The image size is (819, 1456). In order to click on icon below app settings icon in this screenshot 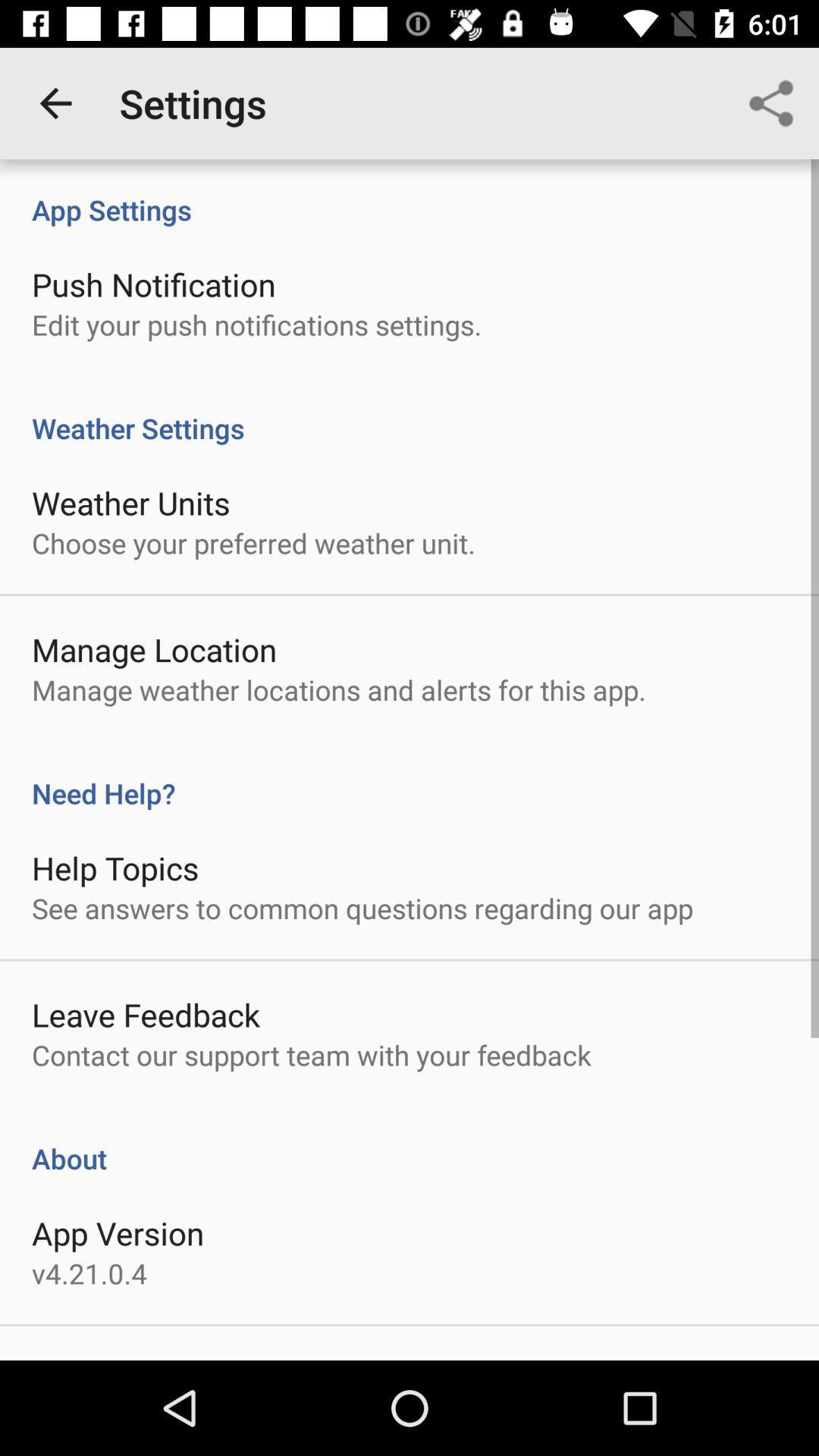, I will do `click(153, 284)`.